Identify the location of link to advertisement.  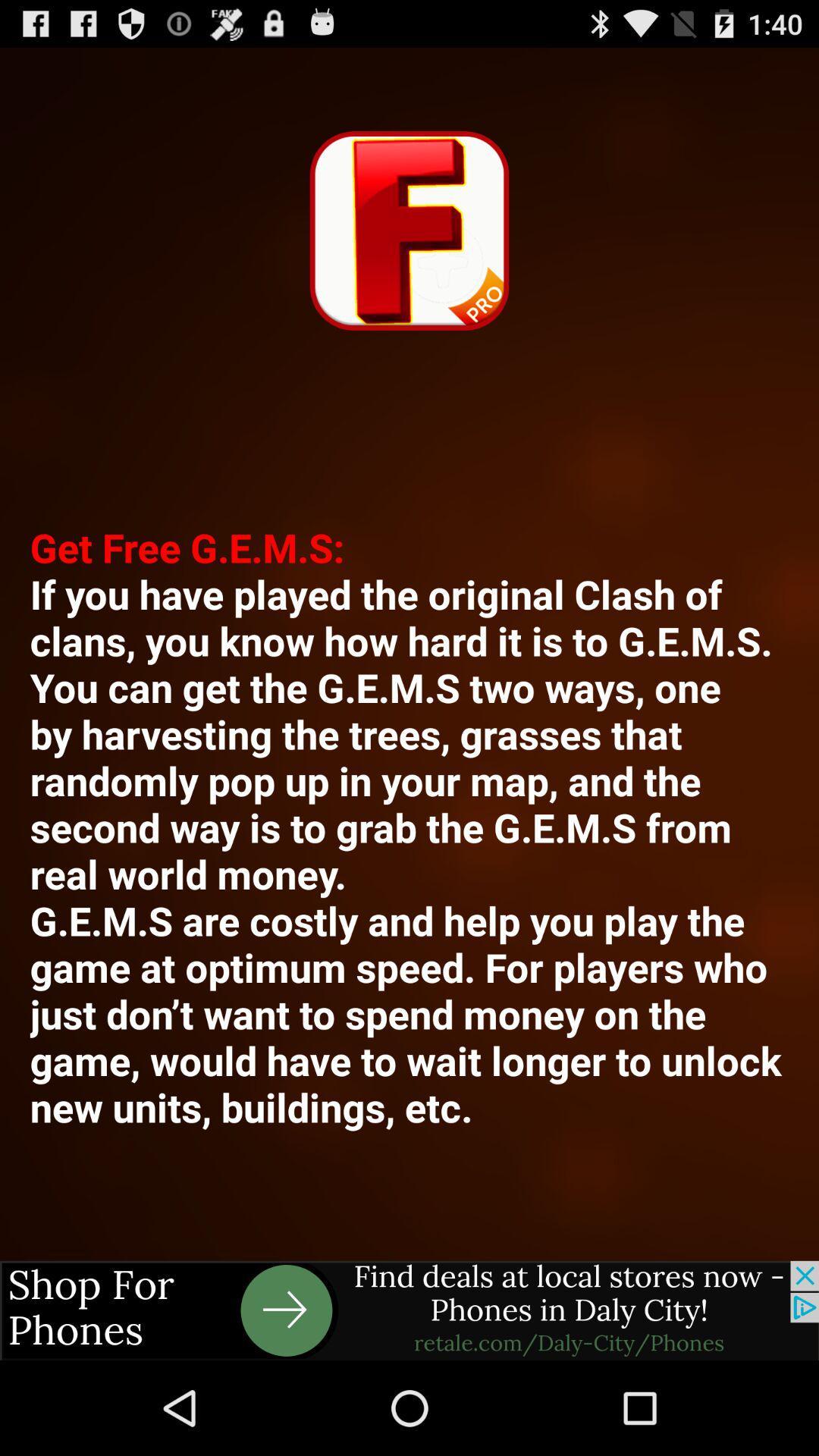
(409, 1310).